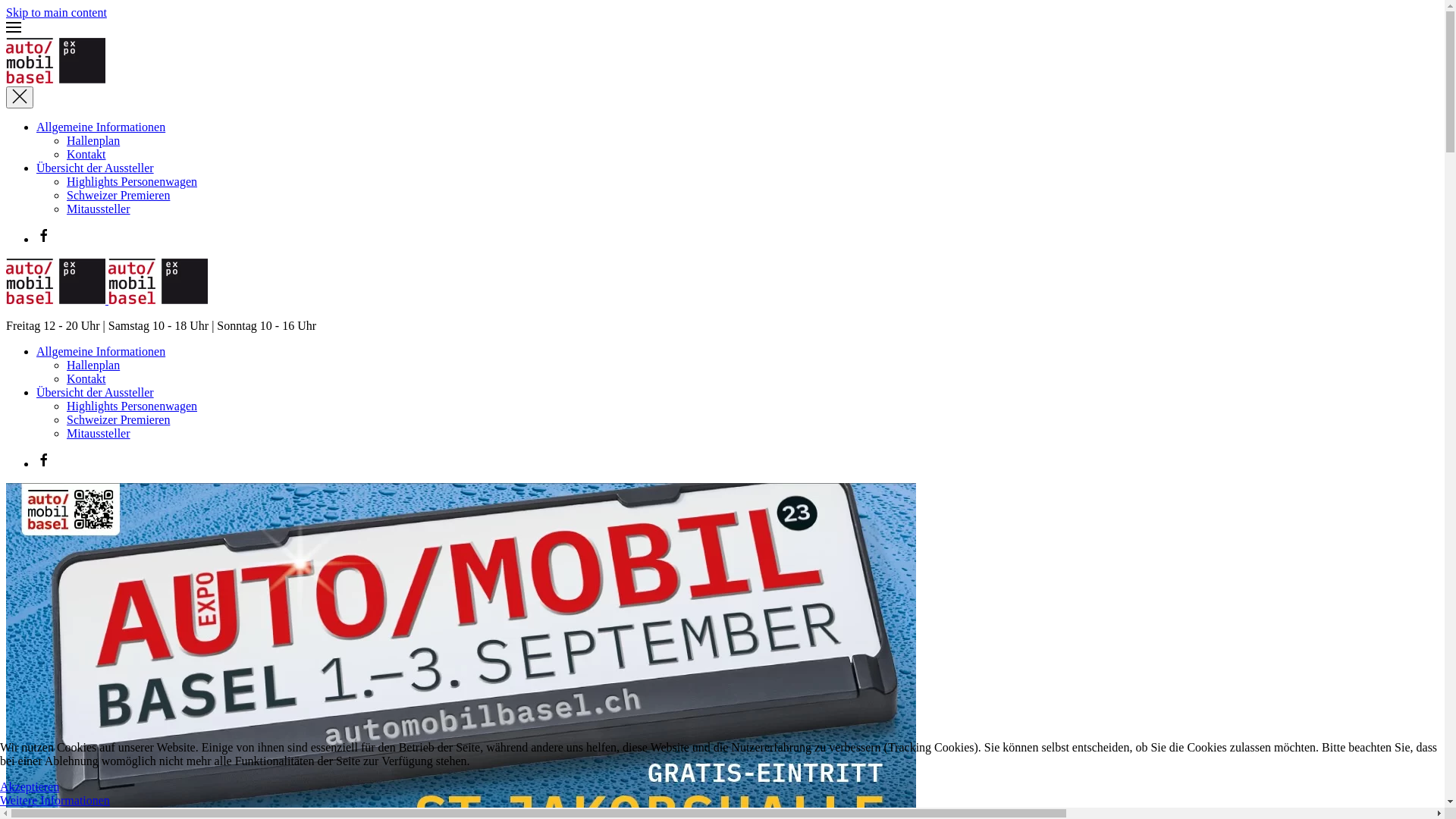 The height and width of the screenshot is (819, 1456). What do you see at coordinates (118, 194) in the screenshot?
I see `'Schweizer Premieren'` at bounding box center [118, 194].